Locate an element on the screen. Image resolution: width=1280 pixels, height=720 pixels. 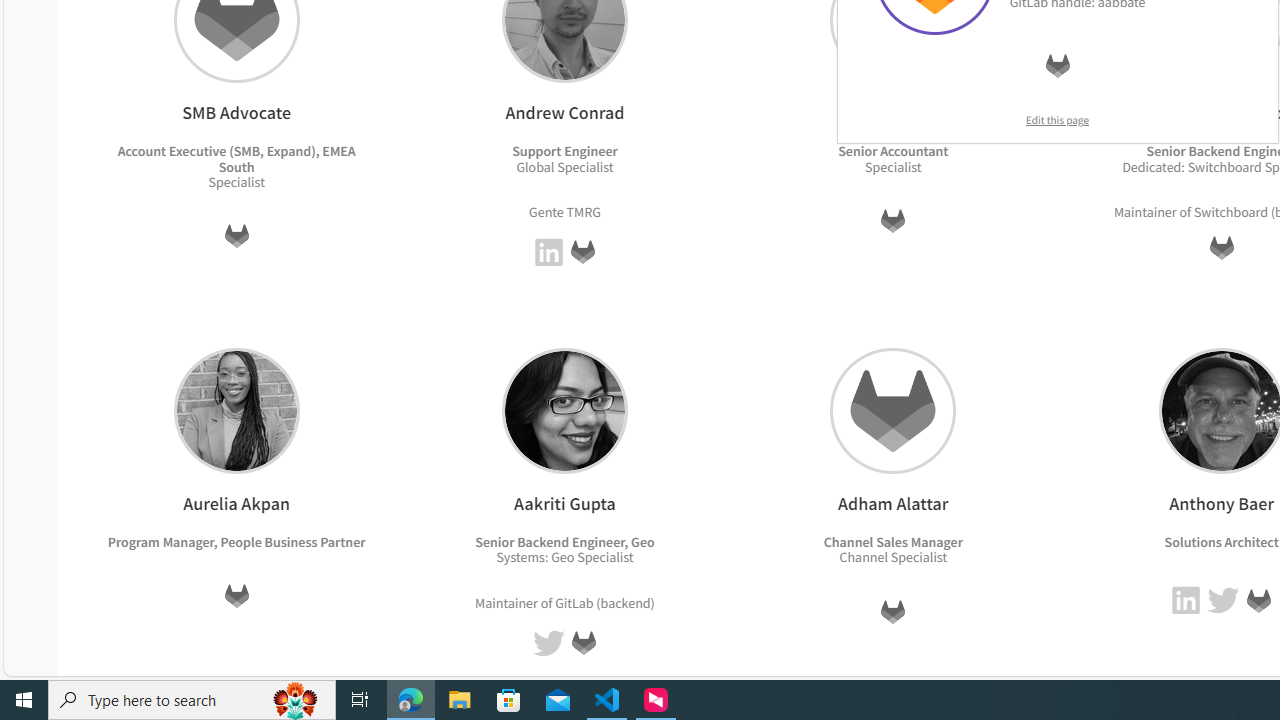
'Senior Backend Engineer, Geo' is located at coordinates (564, 541).